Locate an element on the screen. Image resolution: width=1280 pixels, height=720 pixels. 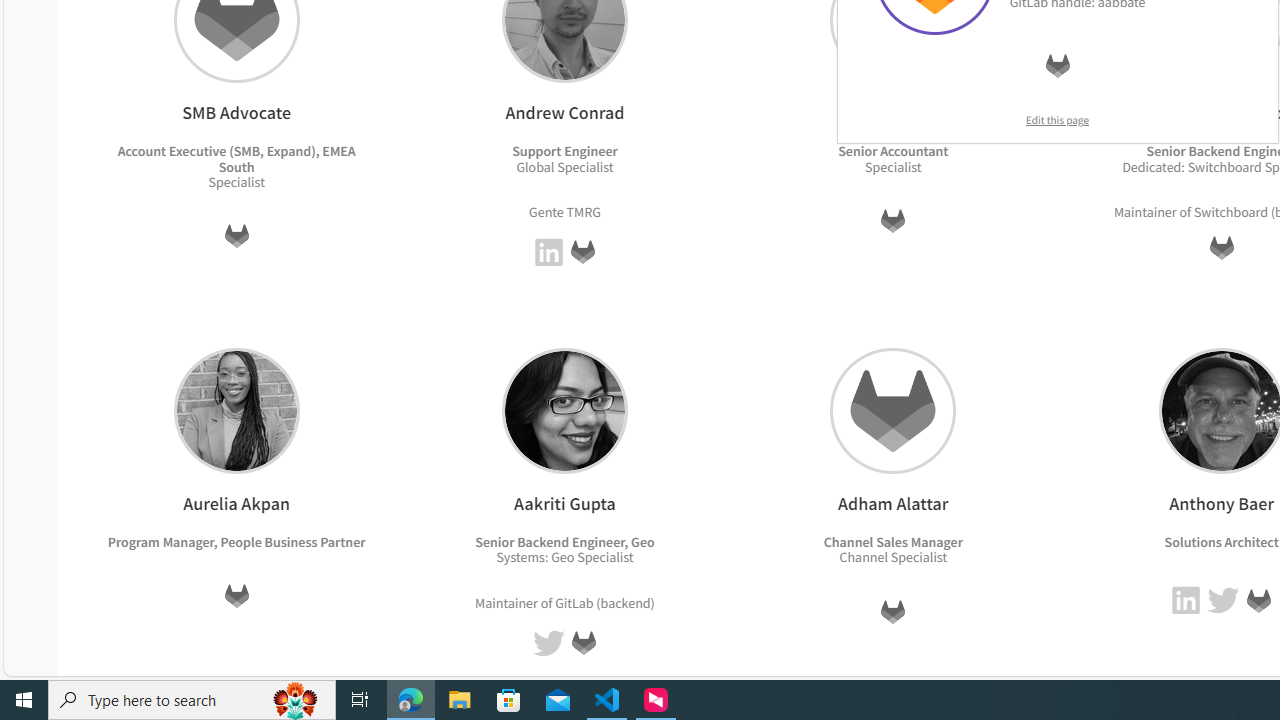
'Senior Backend Engineer, Geo' is located at coordinates (564, 541).